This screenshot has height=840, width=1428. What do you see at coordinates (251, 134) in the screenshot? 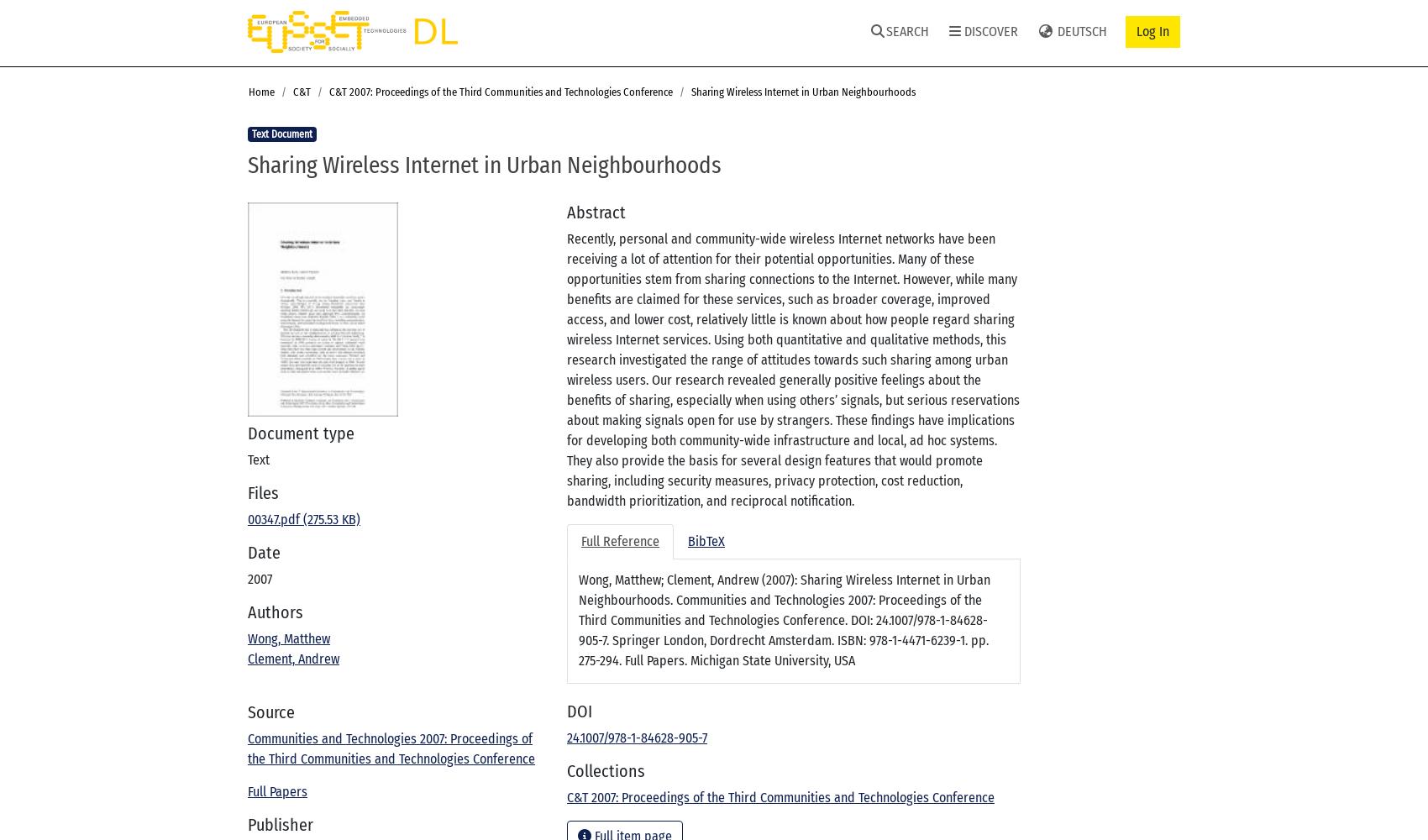
I see `'Text Document'` at bounding box center [251, 134].